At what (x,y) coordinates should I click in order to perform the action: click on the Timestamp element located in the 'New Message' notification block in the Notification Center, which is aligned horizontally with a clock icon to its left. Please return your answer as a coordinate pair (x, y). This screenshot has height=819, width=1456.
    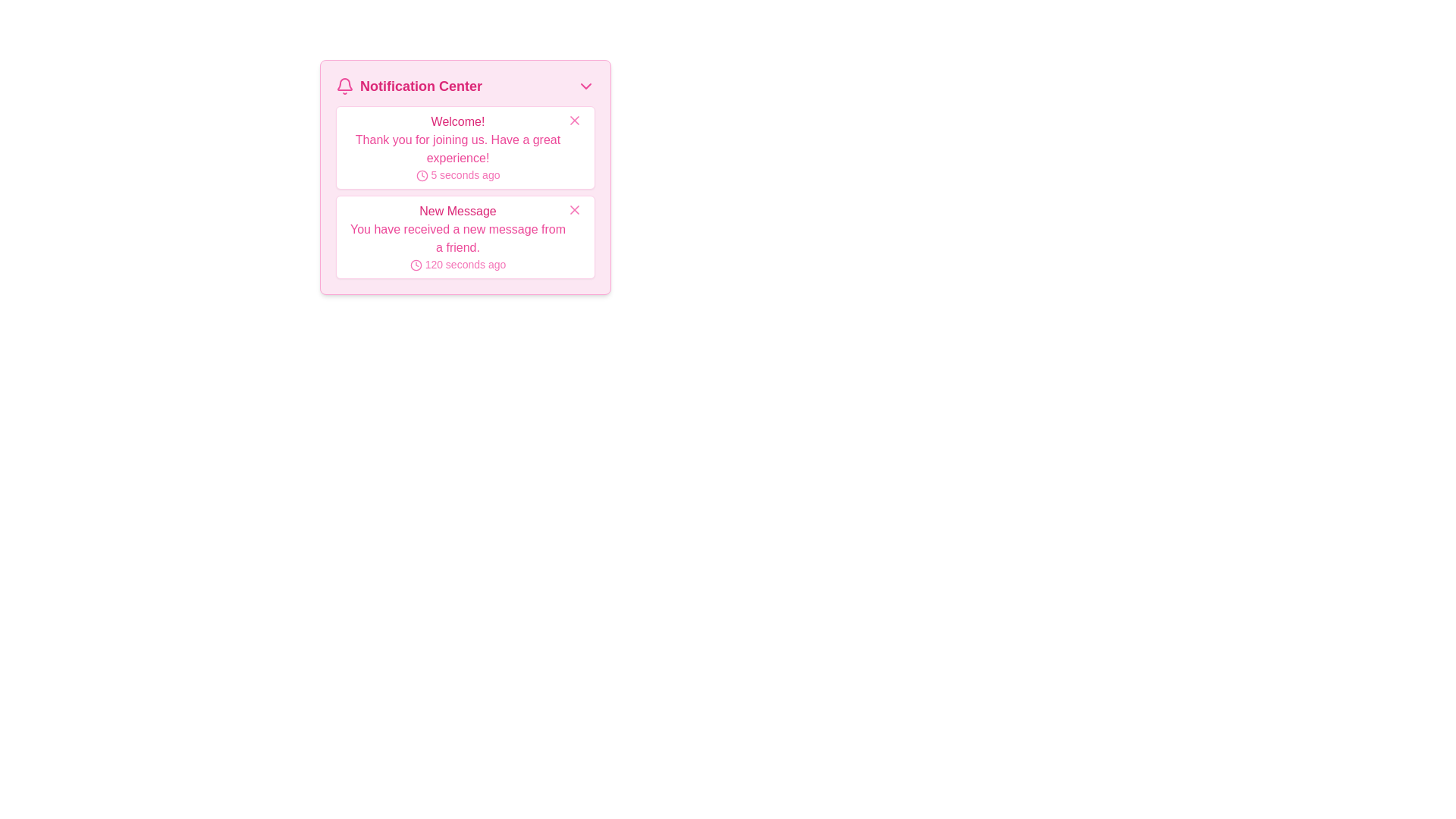
    Looking at the image, I should click on (457, 263).